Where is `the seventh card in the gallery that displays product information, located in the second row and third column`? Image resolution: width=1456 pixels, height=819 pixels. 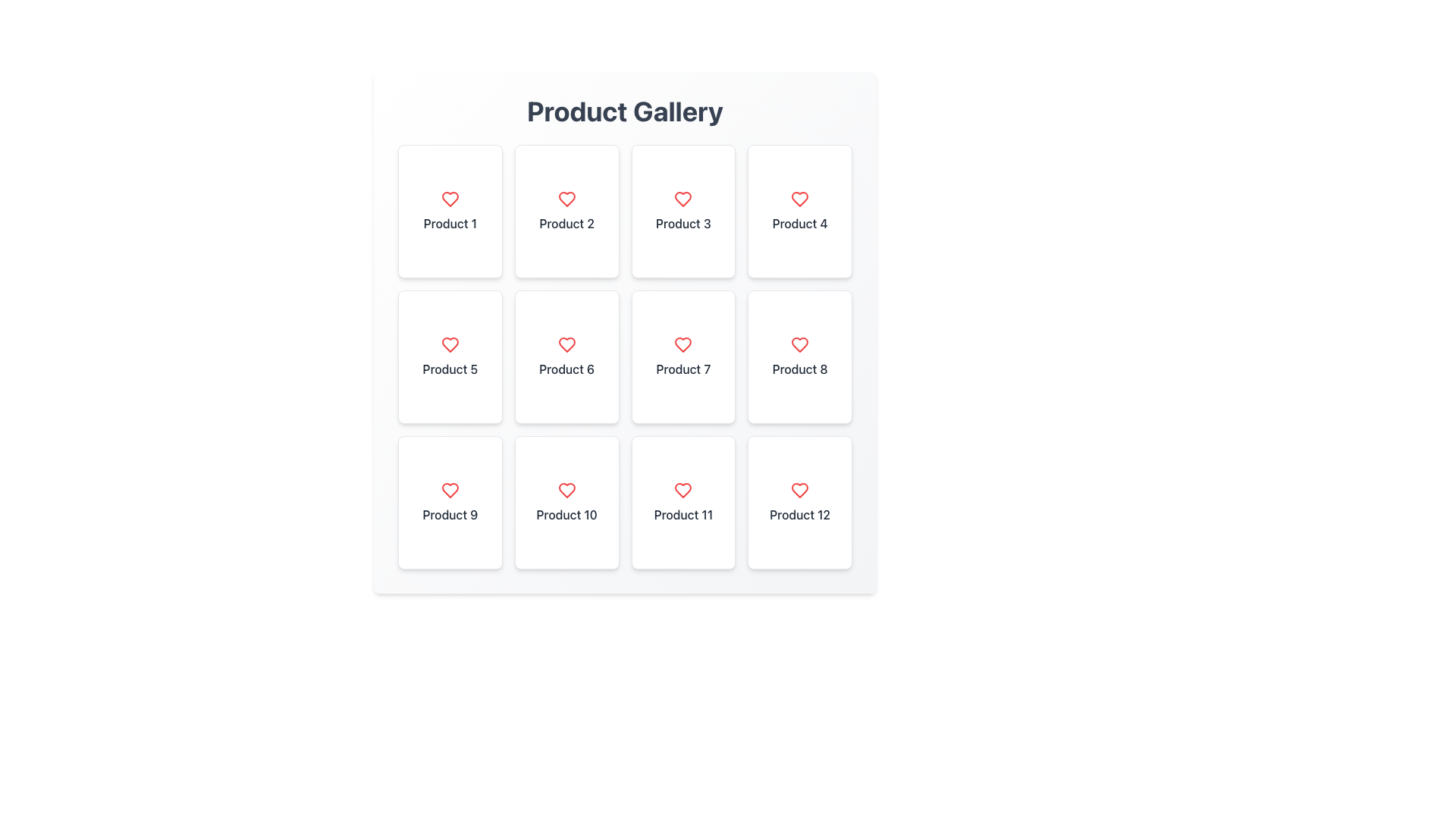
the seventh card in the gallery that displays product information, located in the second row and third column is located at coordinates (682, 356).